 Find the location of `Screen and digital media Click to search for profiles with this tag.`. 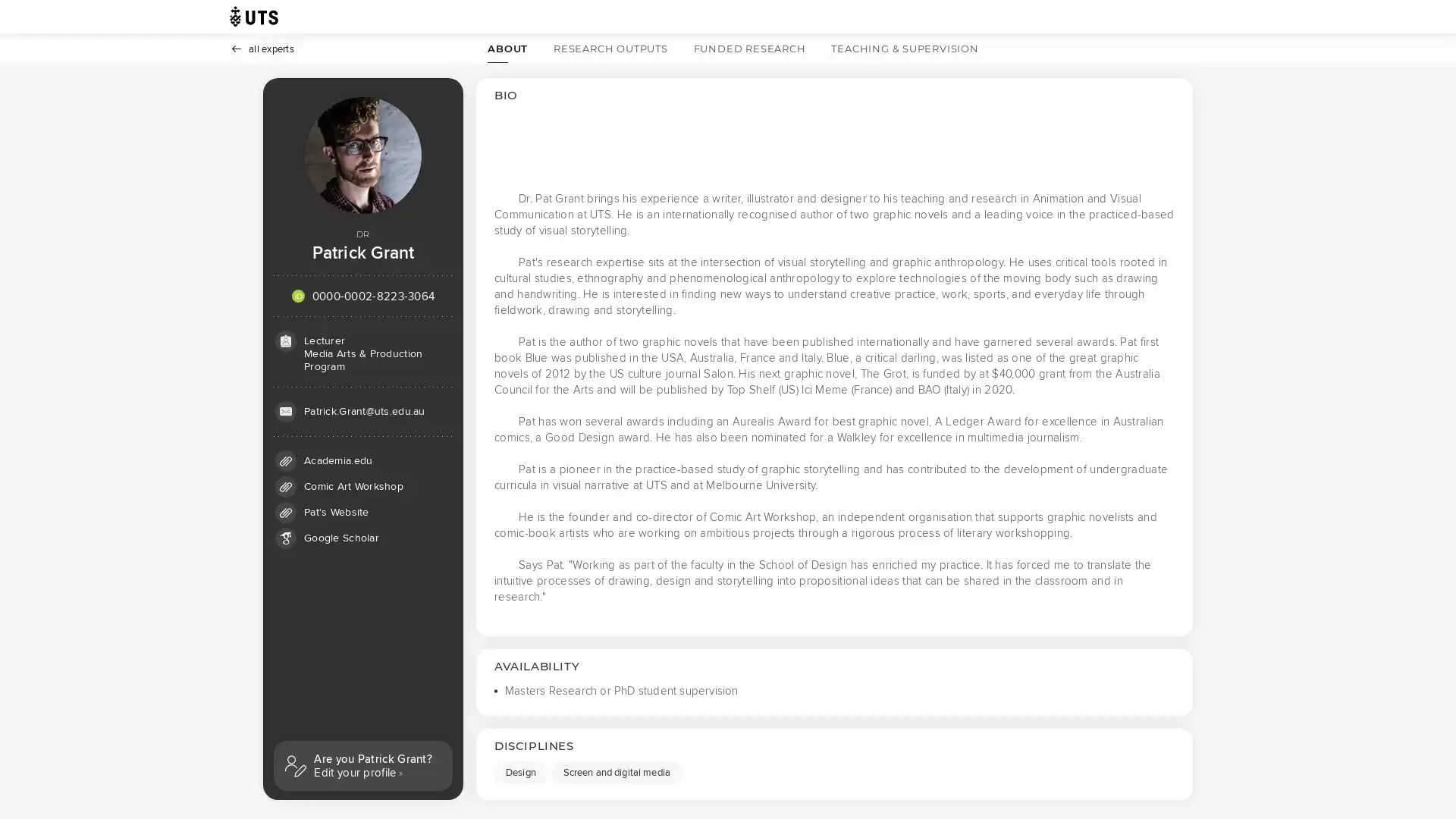

Screen and digital media Click to search for profiles with this tag. is located at coordinates (616, 772).